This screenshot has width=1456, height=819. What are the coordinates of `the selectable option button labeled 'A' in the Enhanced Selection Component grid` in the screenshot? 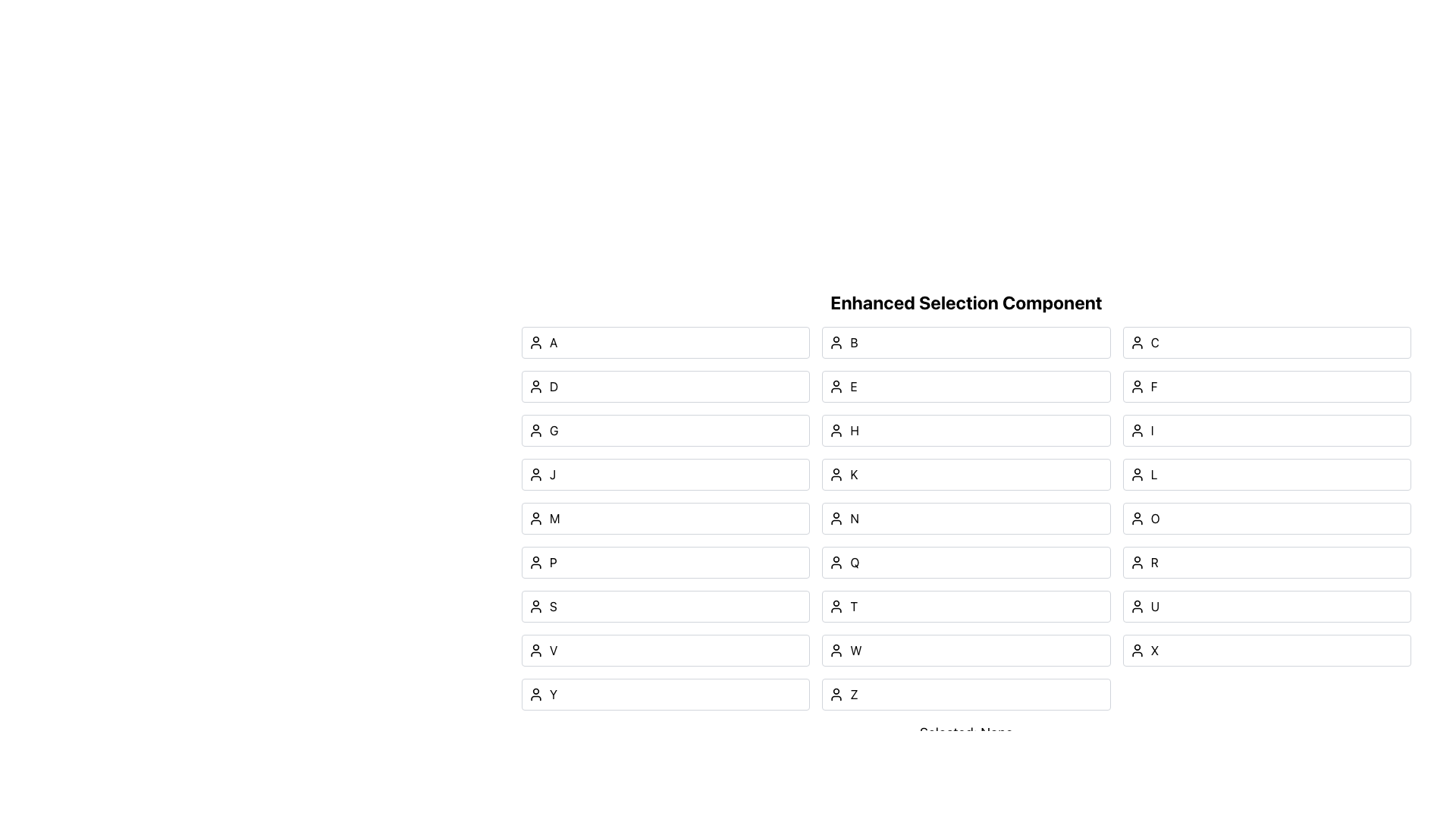 It's located at (666, 342).